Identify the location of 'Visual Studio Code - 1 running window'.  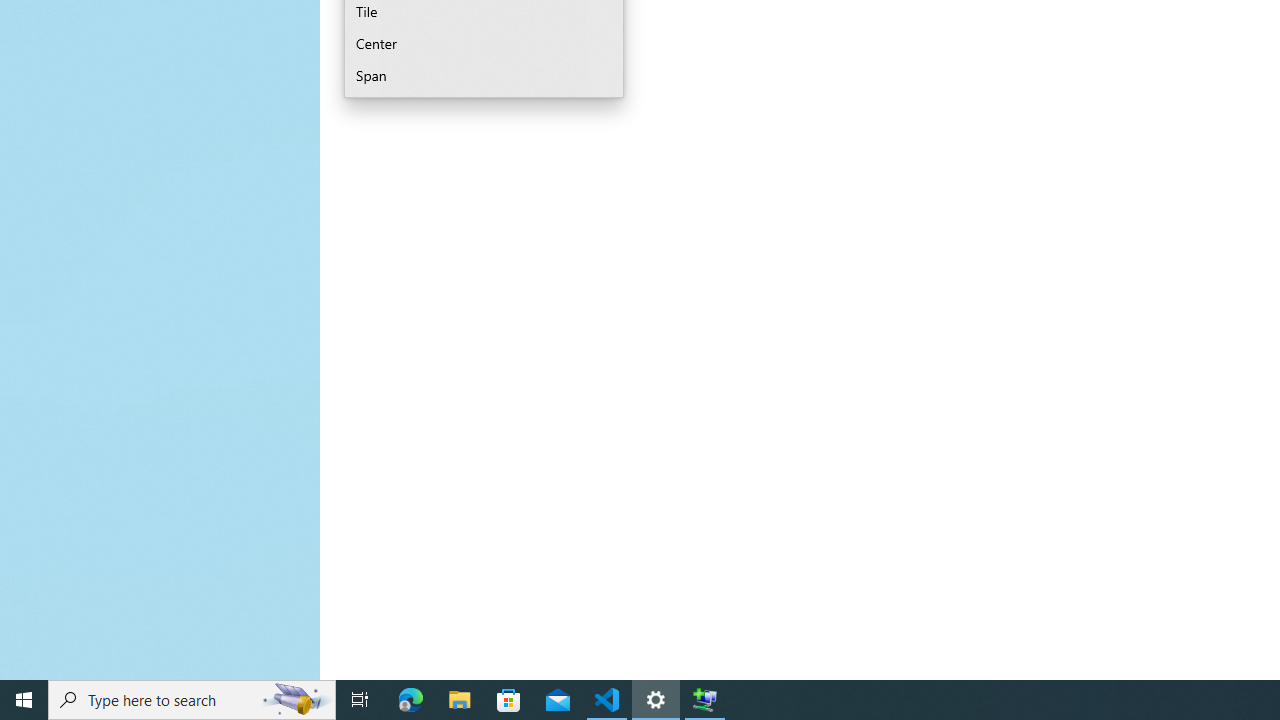
(606, 698).